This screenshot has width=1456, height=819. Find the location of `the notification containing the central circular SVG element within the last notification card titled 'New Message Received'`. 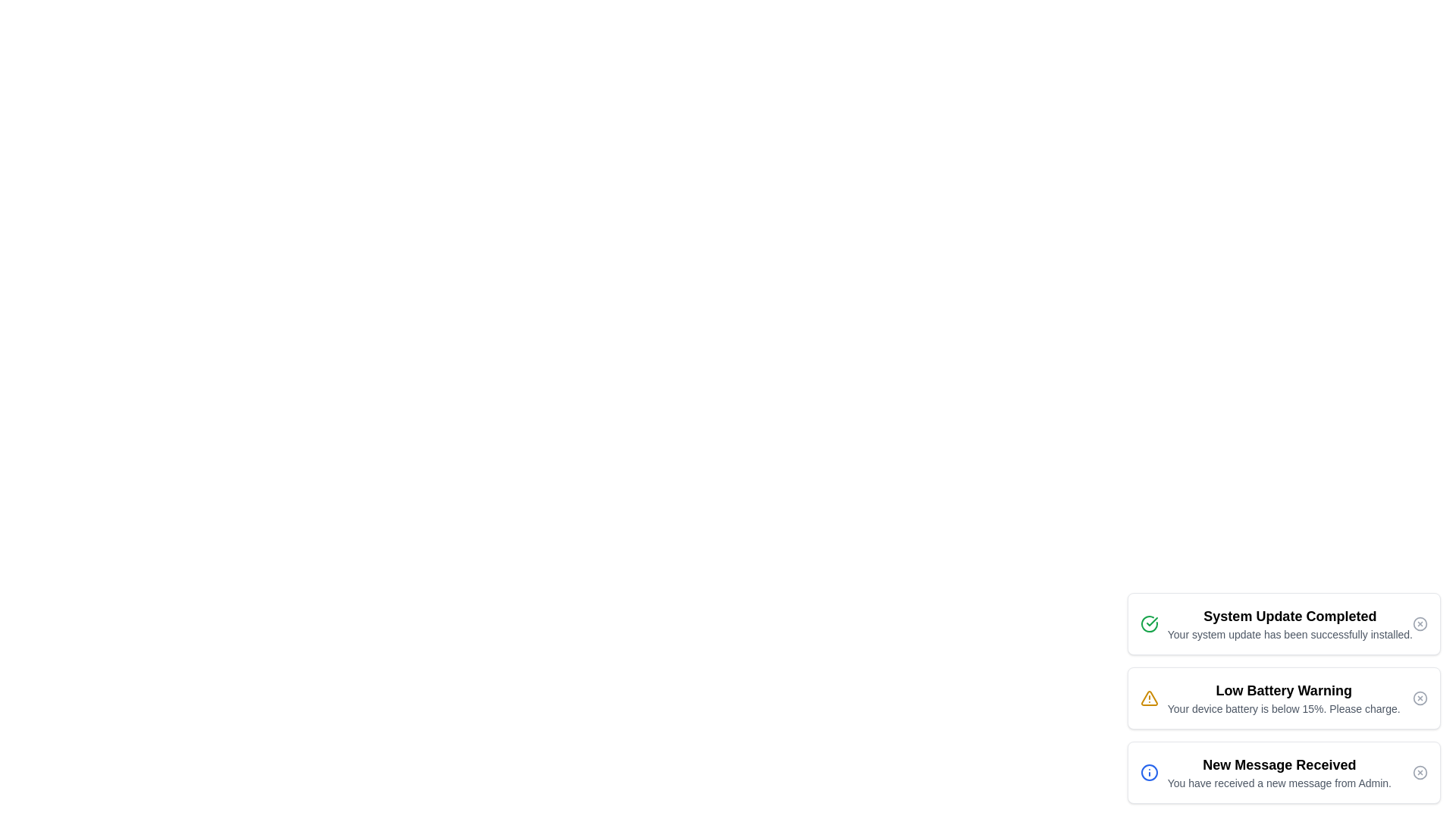

the notification containing the central circular SVG element within the last notification card titled 'New Message Received' is located at coordinates (1149, 772).